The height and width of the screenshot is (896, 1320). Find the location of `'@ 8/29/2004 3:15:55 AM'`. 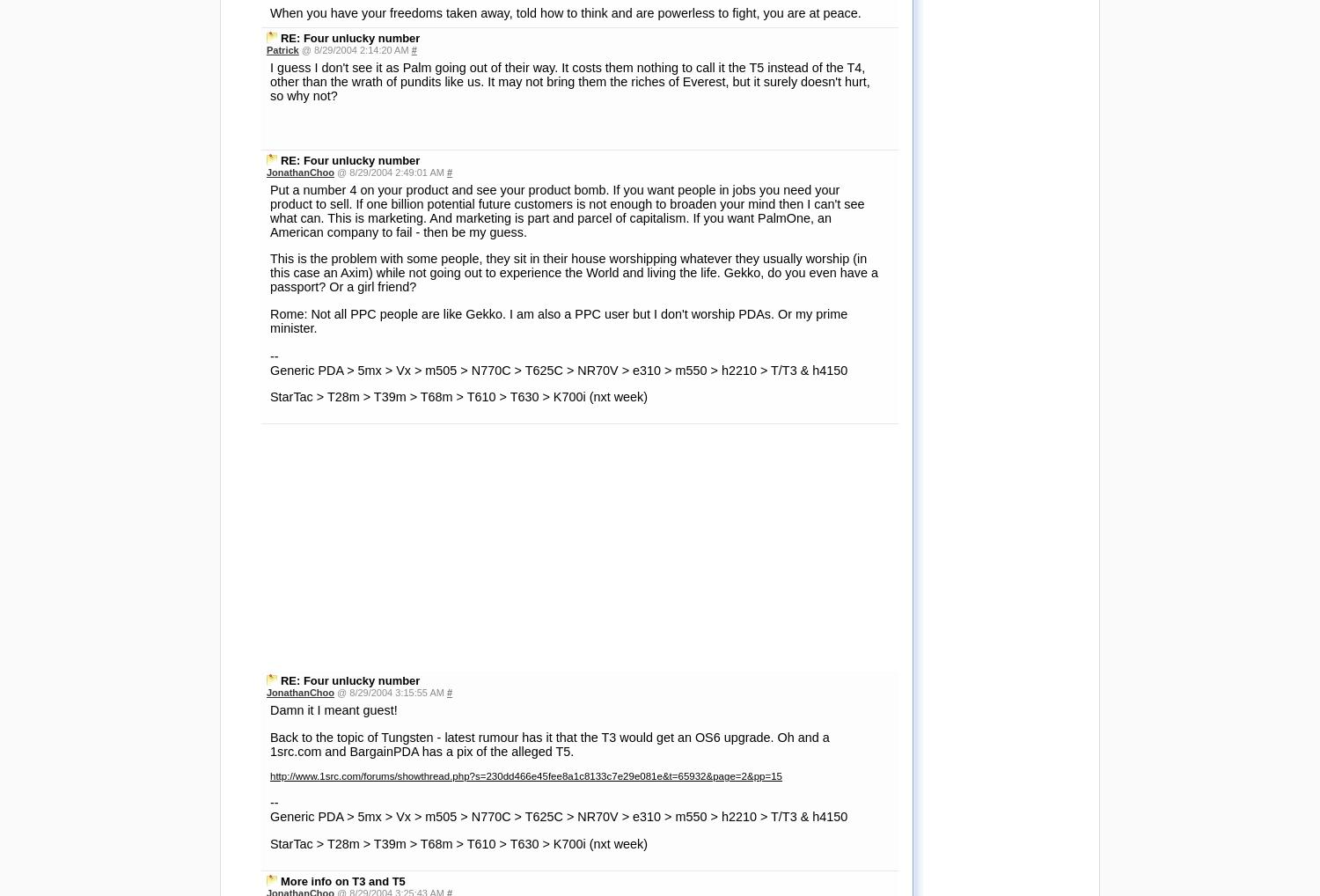

'@ 8/29/2004 3:15:55 AM' is located at coordinates (389, 199).